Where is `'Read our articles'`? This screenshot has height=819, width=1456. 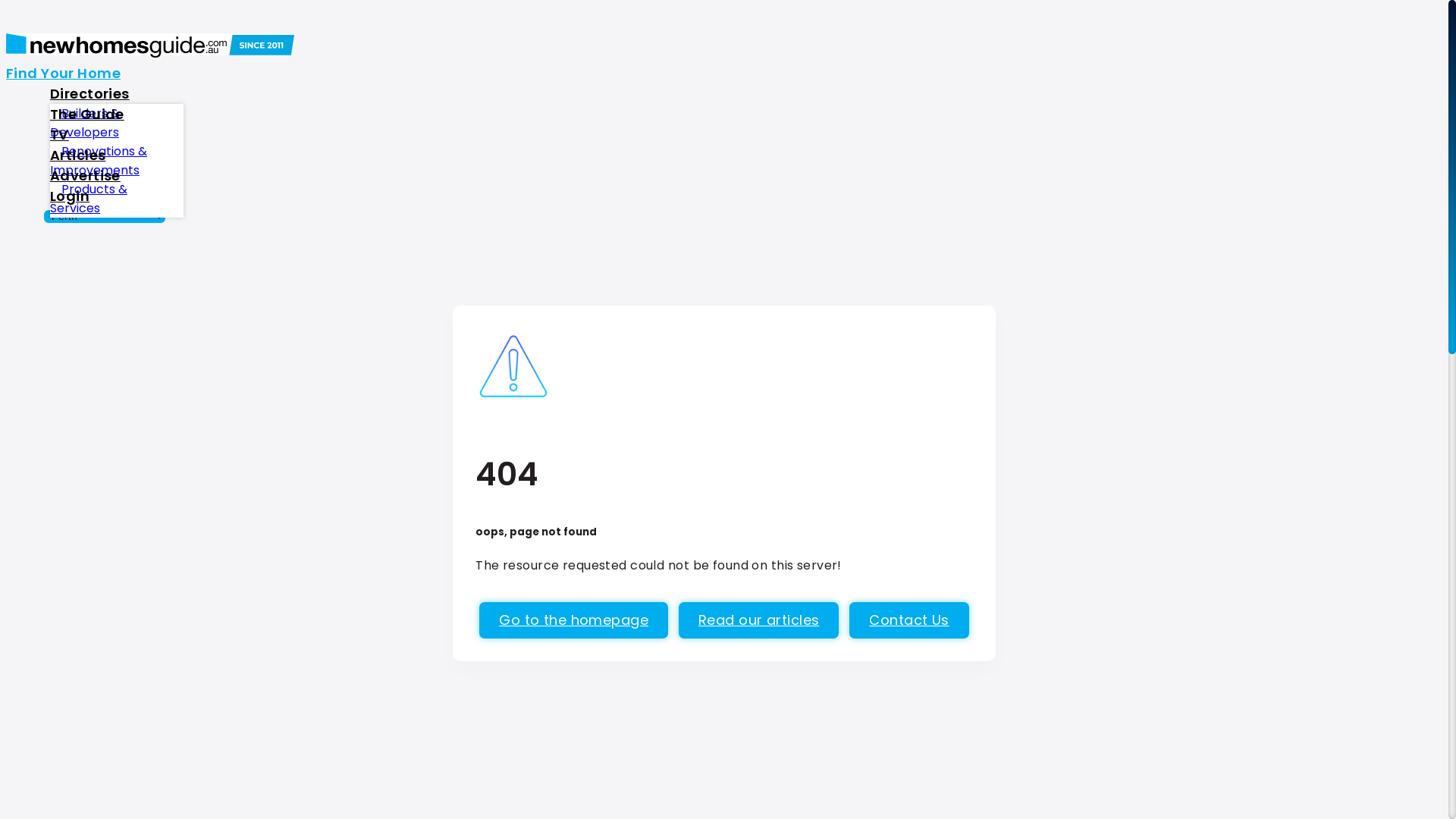
'Read our articles' is located at coordinates (758, 620).